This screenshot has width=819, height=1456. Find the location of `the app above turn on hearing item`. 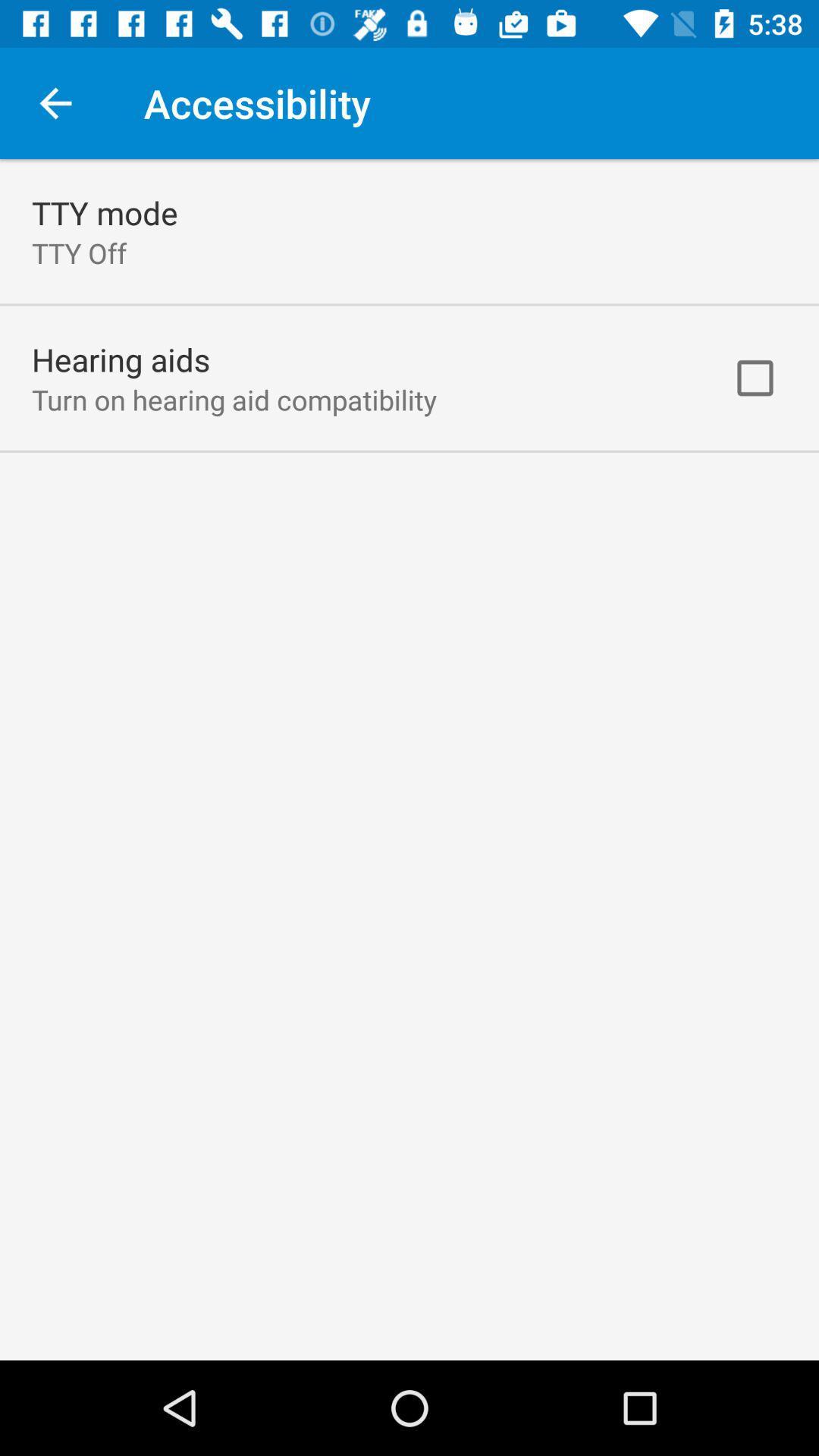

the app above turn on hearing item is located at coordinates (120, 359).